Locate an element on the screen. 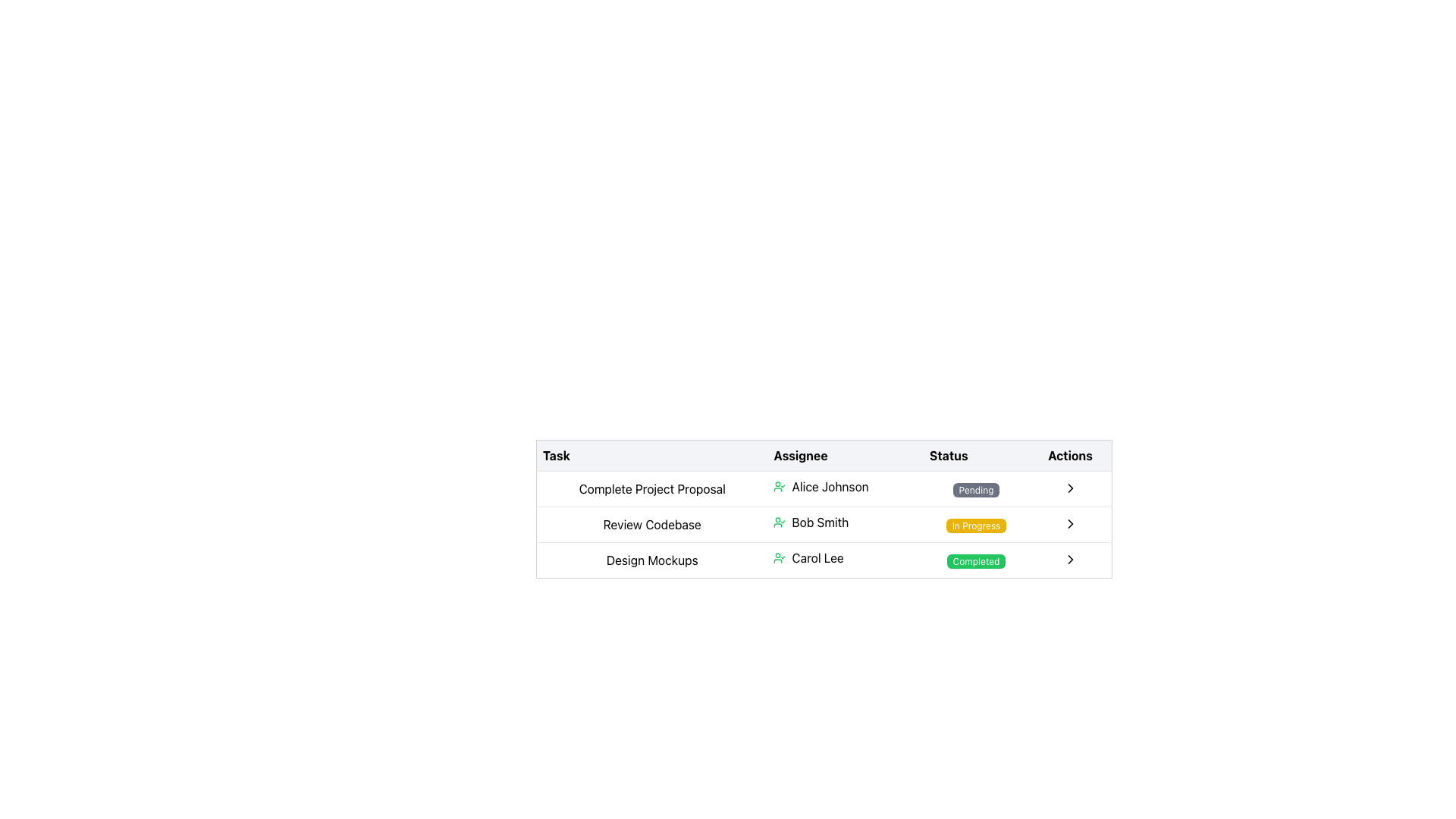  the non-interactive label indicating the status of the task 'Complete Project Proposal' located in the 'Status' column of the first row of the table is located at coordinates (976, 490).